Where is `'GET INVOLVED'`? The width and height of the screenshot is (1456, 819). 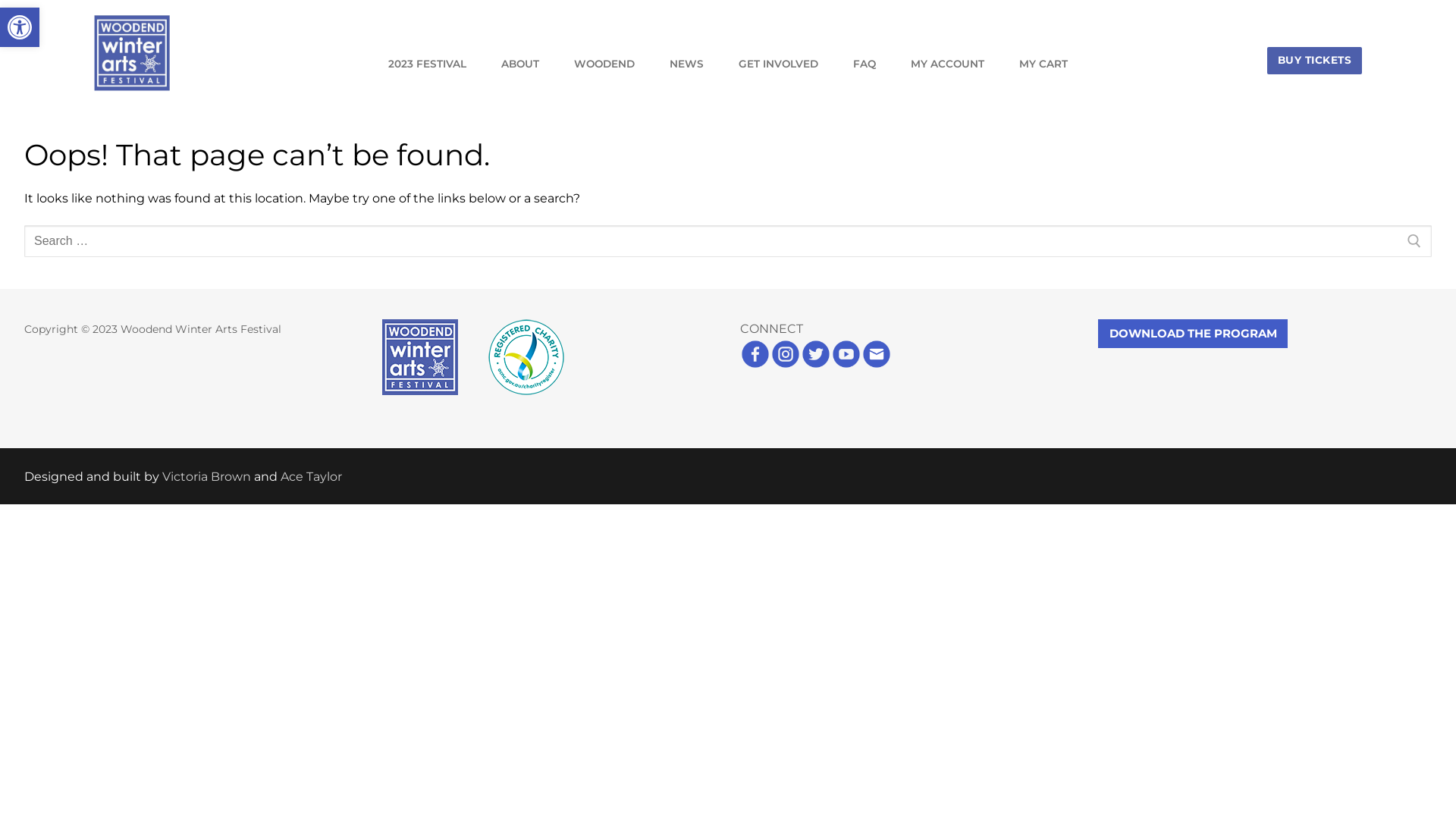
'GET INVOLVED' is located at coordinates (778, 63).